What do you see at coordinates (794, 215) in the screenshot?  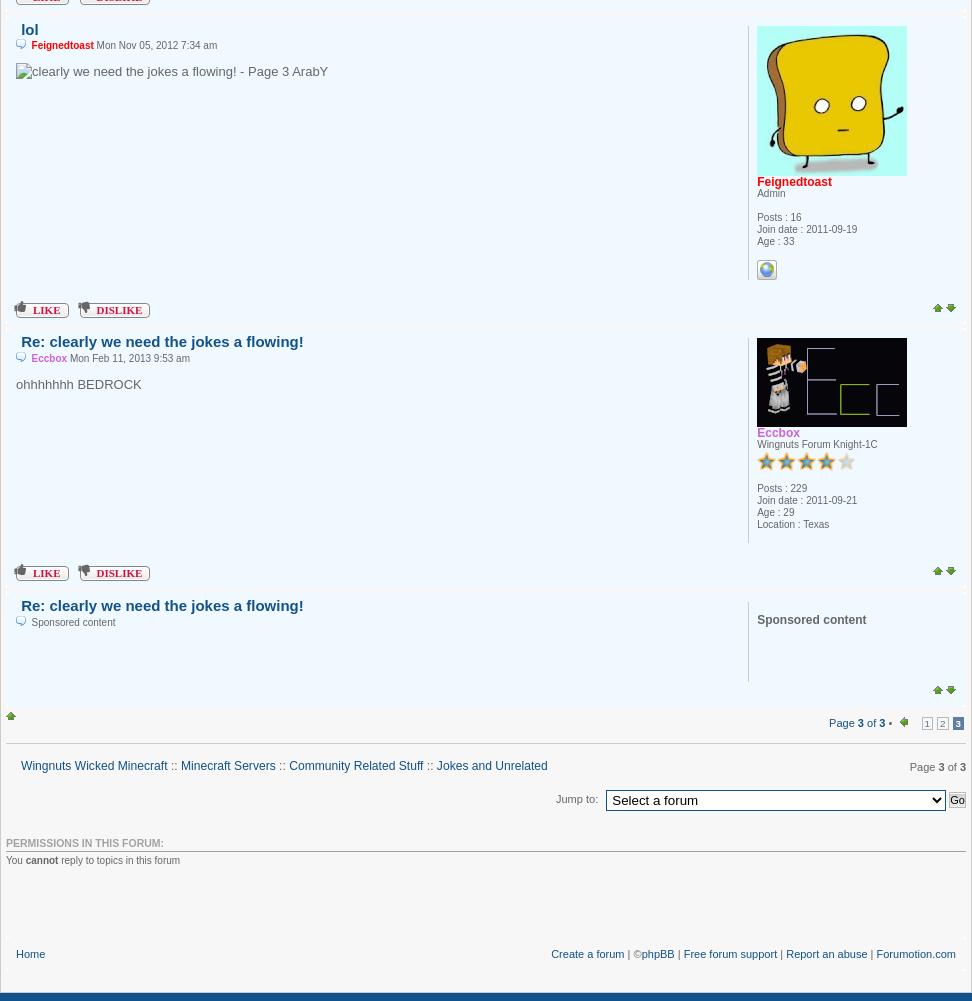 I see `'16'` at bounding box center [794, 215].